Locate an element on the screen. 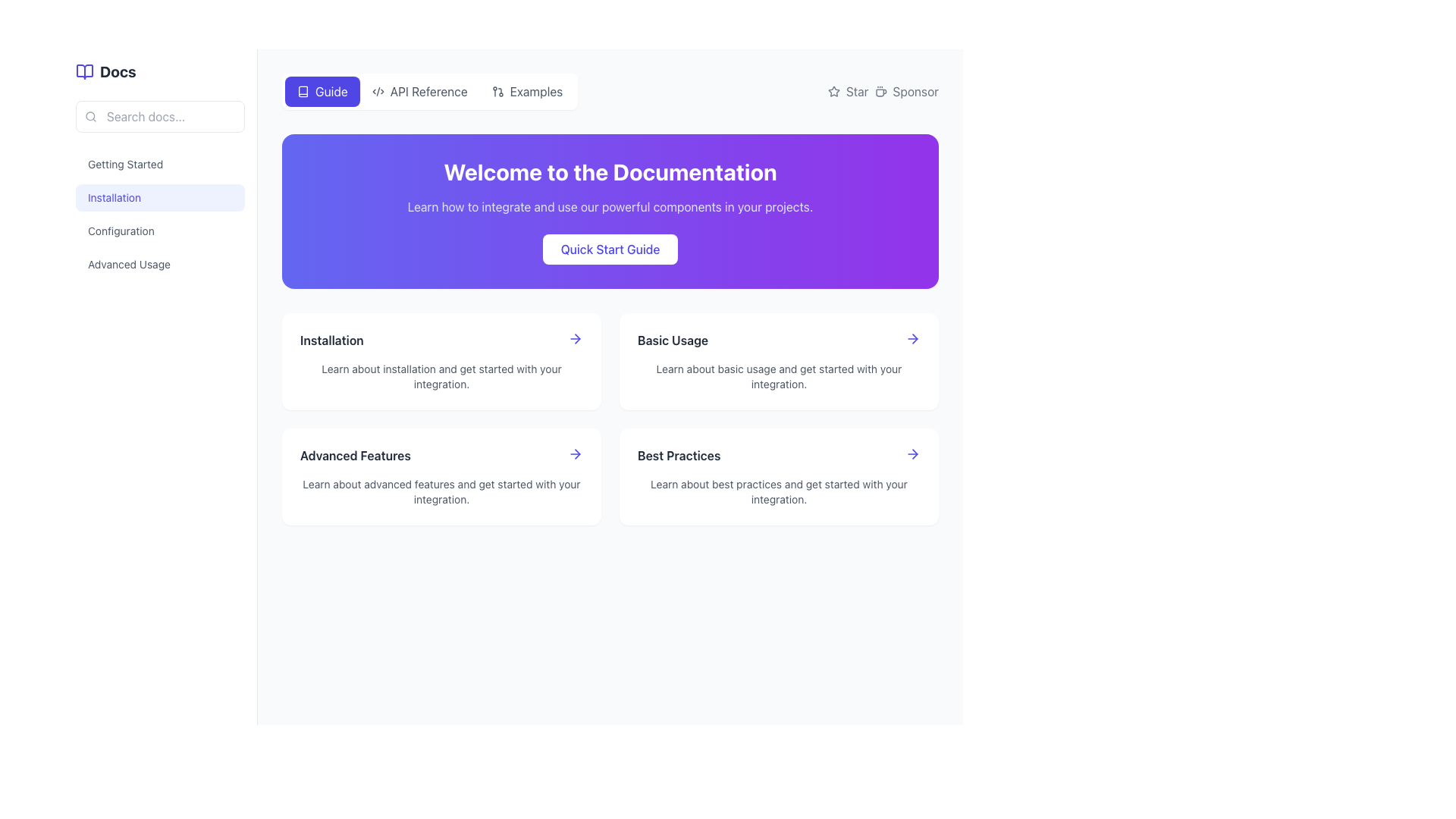 This screenshot has height=819, width=1456. the Text Block that contains the text 'Learn how to integrate and use our powerful components in your projects.' styled with a light indigo font color on a purple gradient background, positioned below the header 'Welcome to the Documentation' is located at coordinates (610, 207).